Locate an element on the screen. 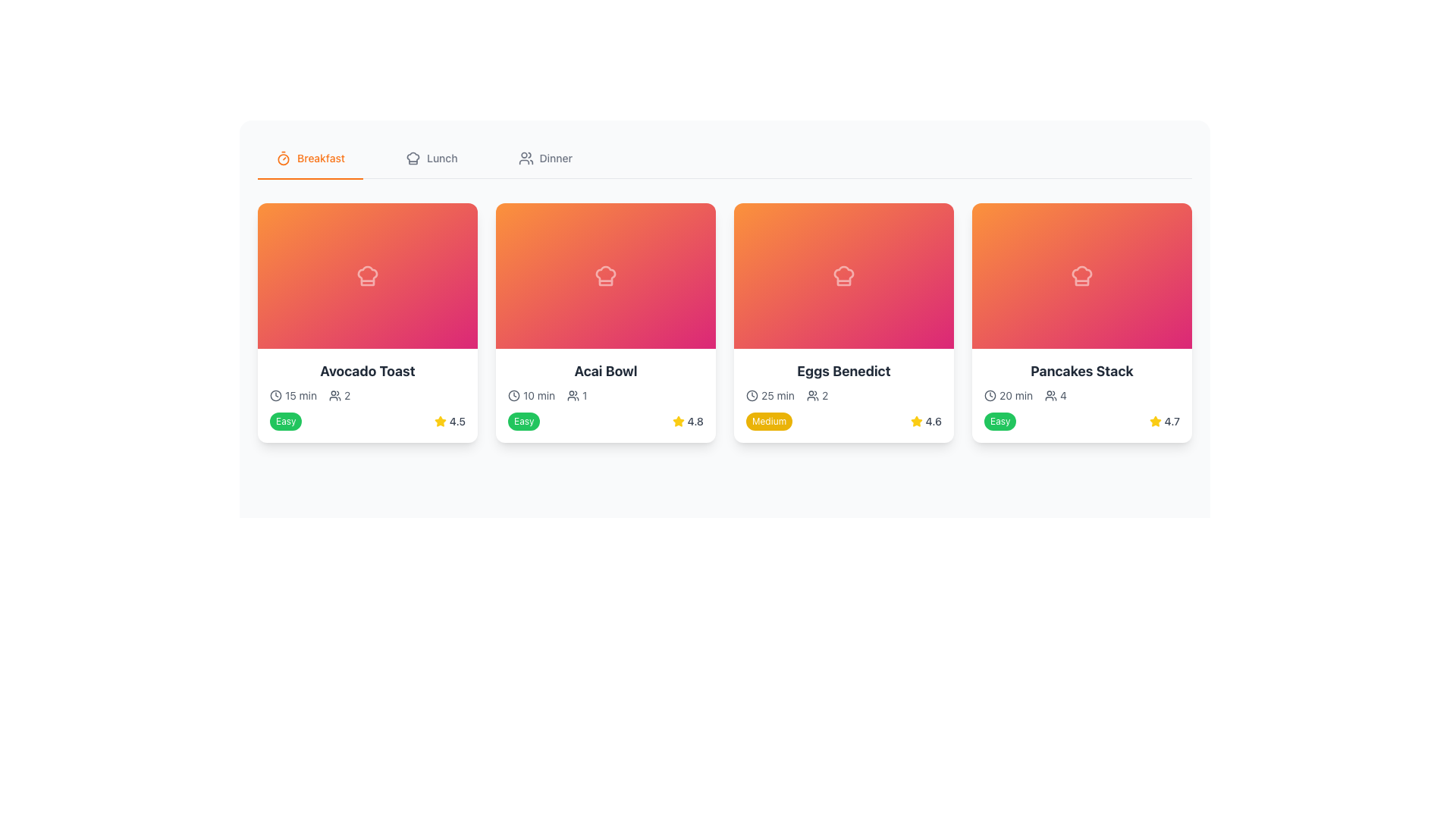 This screenshot has height=819, width=1456. the informational card content located in the second card of the horizontal grid, which provides details about the dish 'Acai Bowl' including preparation time, serving size, difficulty, and rating is located at coordinates (604, 394).